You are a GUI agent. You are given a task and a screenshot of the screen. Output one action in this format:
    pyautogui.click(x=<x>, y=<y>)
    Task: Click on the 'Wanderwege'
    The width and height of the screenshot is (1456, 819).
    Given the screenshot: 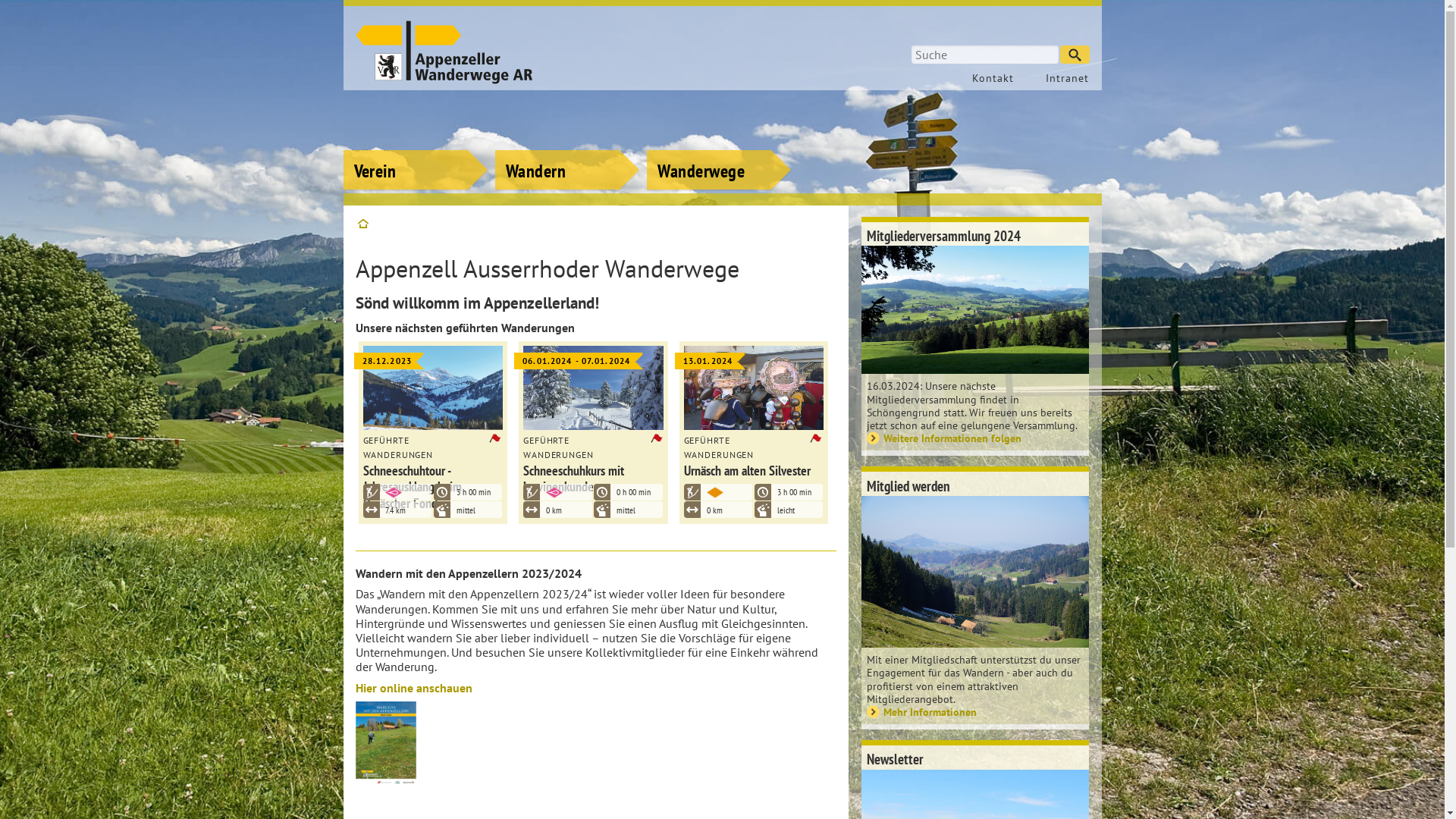 What is the action you would take?
    pyautogui.click(x=718, y=148)
    